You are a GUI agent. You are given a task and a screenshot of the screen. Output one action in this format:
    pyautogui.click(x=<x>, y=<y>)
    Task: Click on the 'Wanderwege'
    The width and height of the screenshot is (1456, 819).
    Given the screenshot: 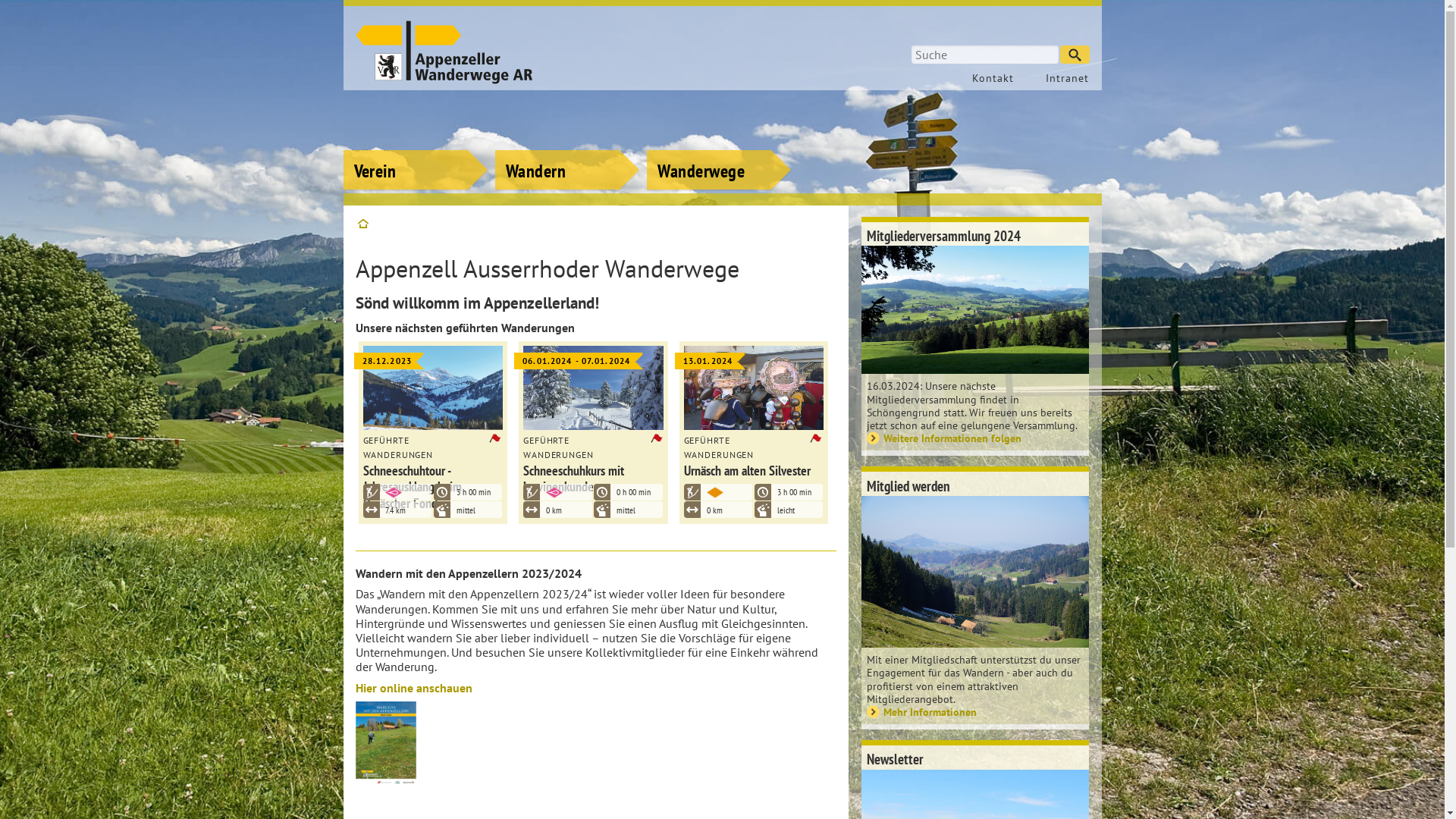 What is the action you would take?
    pyautogui.click(x=718, y=148)
    